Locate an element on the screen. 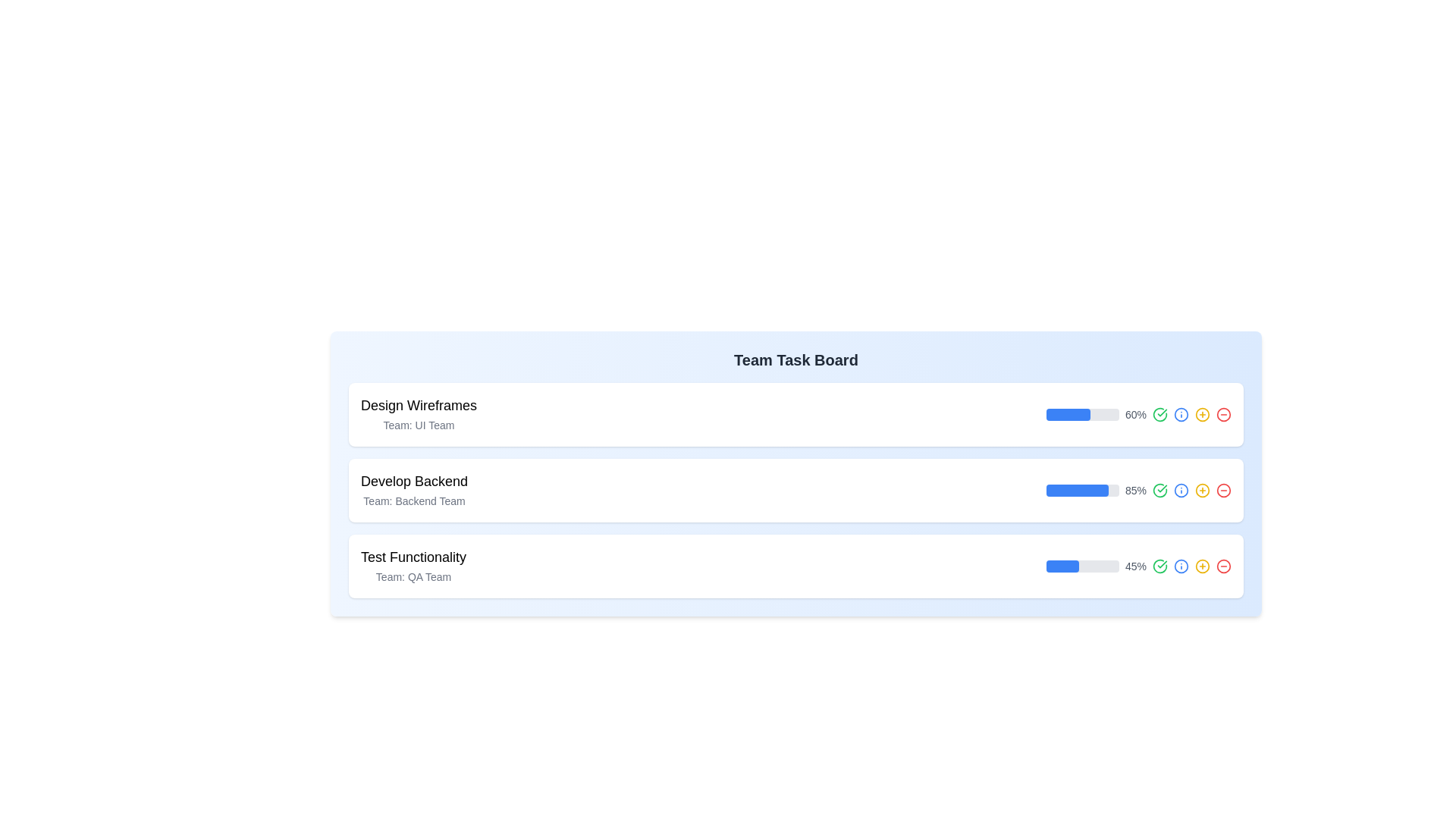 The image size is (1456, 819). the completion icon located in the first row under the interactive indicators column, specifically the second icon from the right is located at coordinates (1159, 415).